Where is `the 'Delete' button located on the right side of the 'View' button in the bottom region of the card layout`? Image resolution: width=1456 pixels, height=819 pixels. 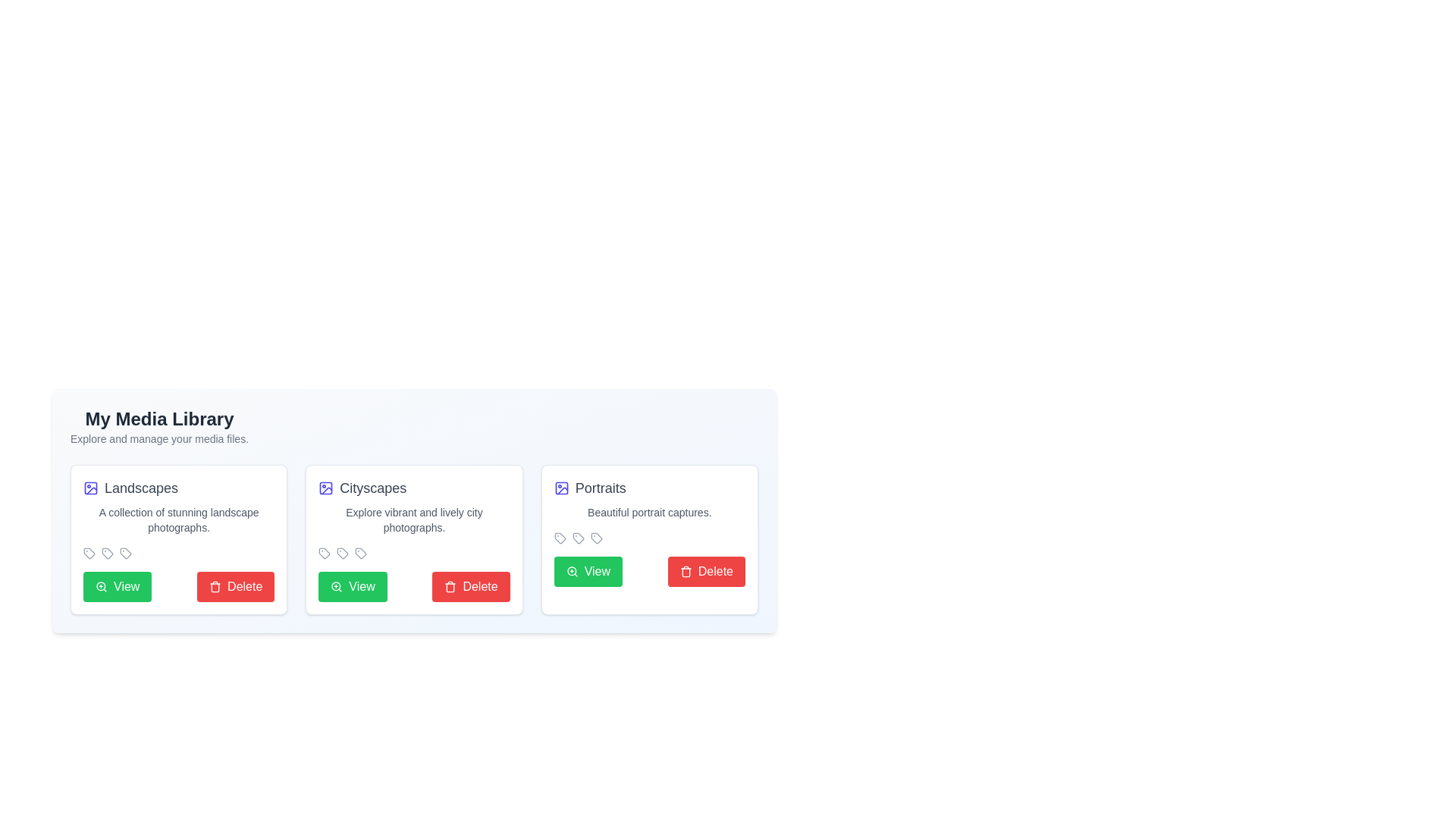 the 'Delete' button located on the right side of the 'View' button in the bottom region of the card layout is located at coordinates (705, 571).